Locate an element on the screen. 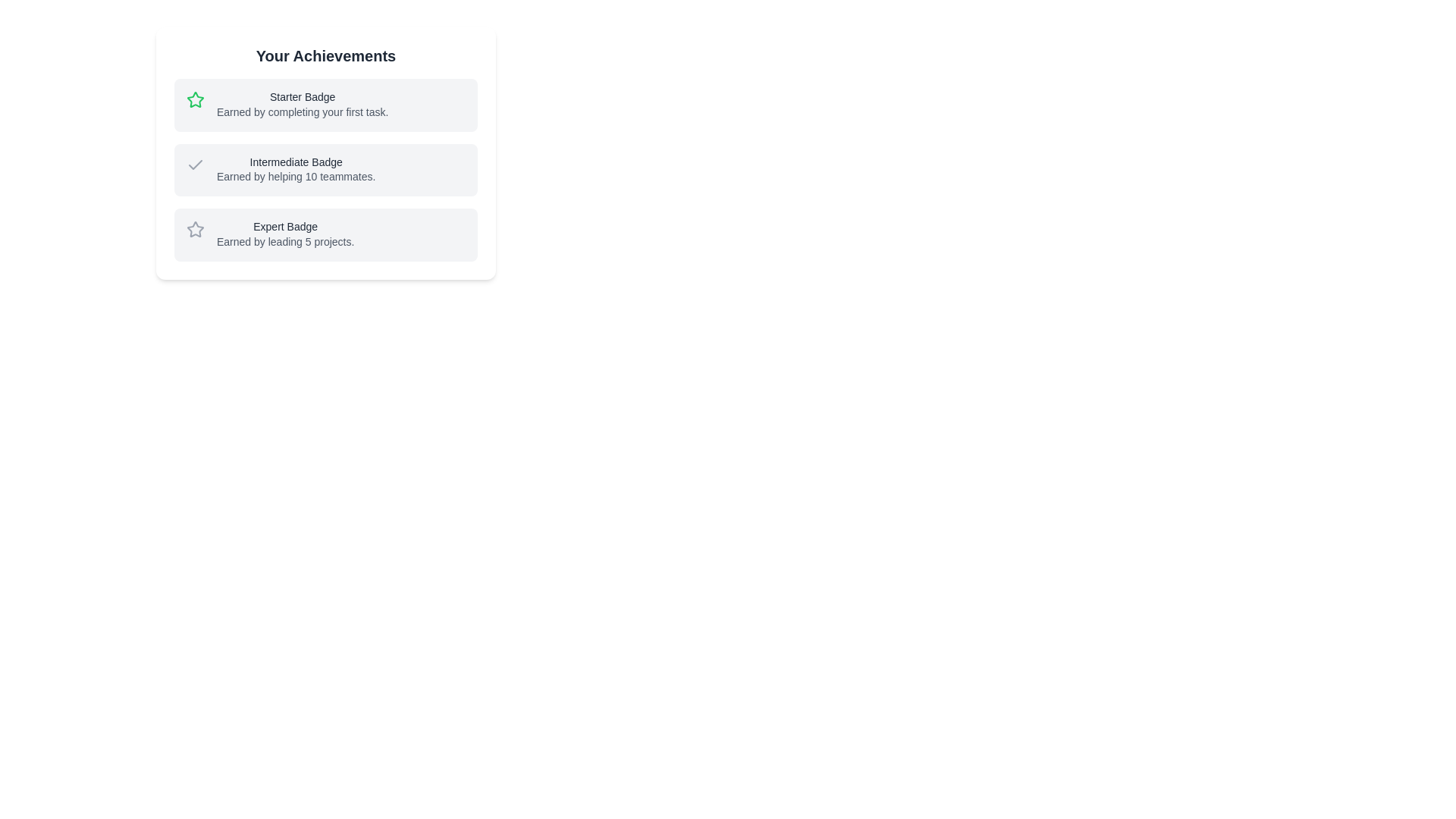 The image size is (1456, 819). the decorative badge icon representing the 'Starter Badge' task located at the top left corner of the 'Starter Badge' card is located at coordinates (195, 99).